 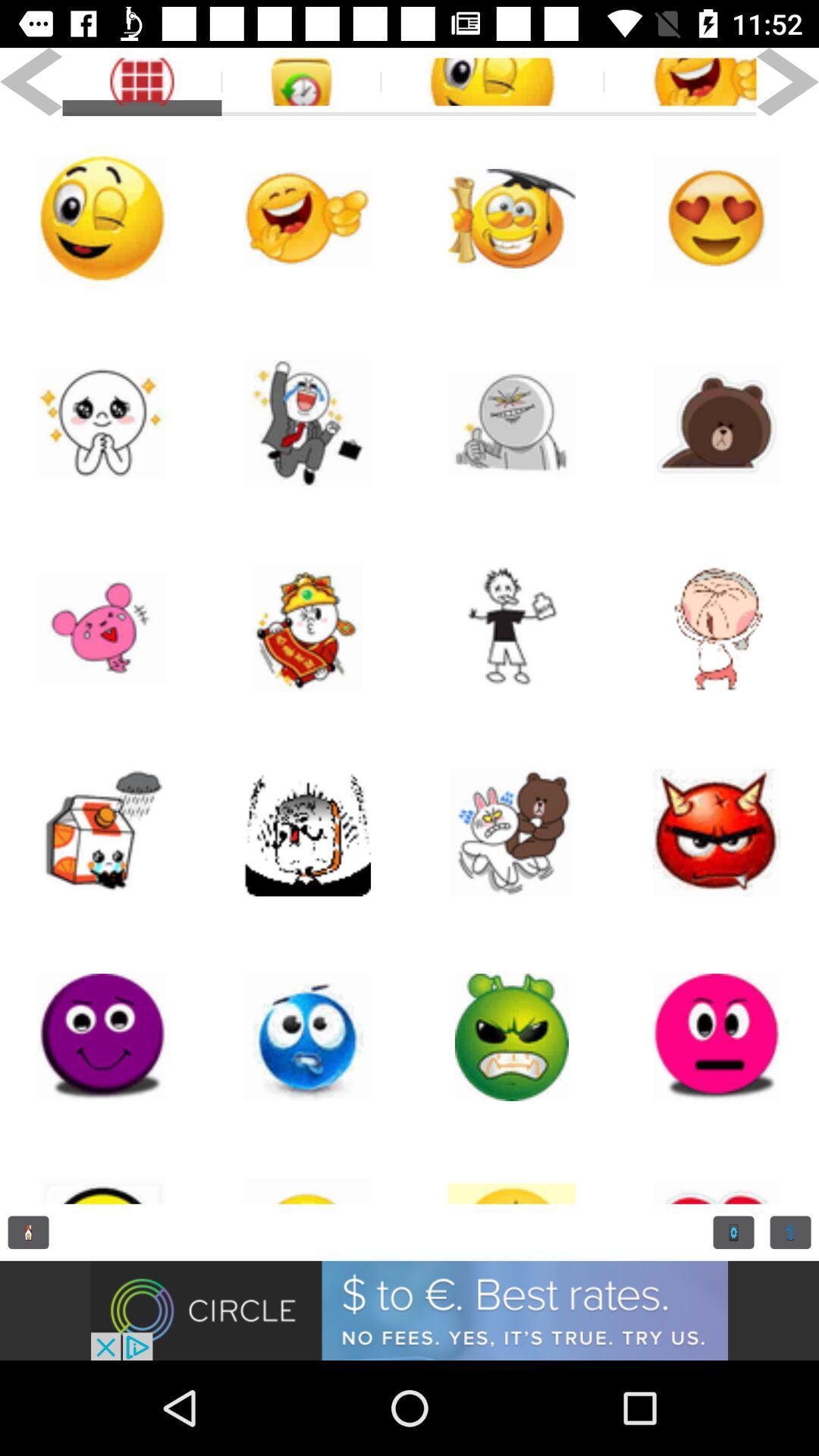 I want to click on sticker button, so click(x=512, y=422).